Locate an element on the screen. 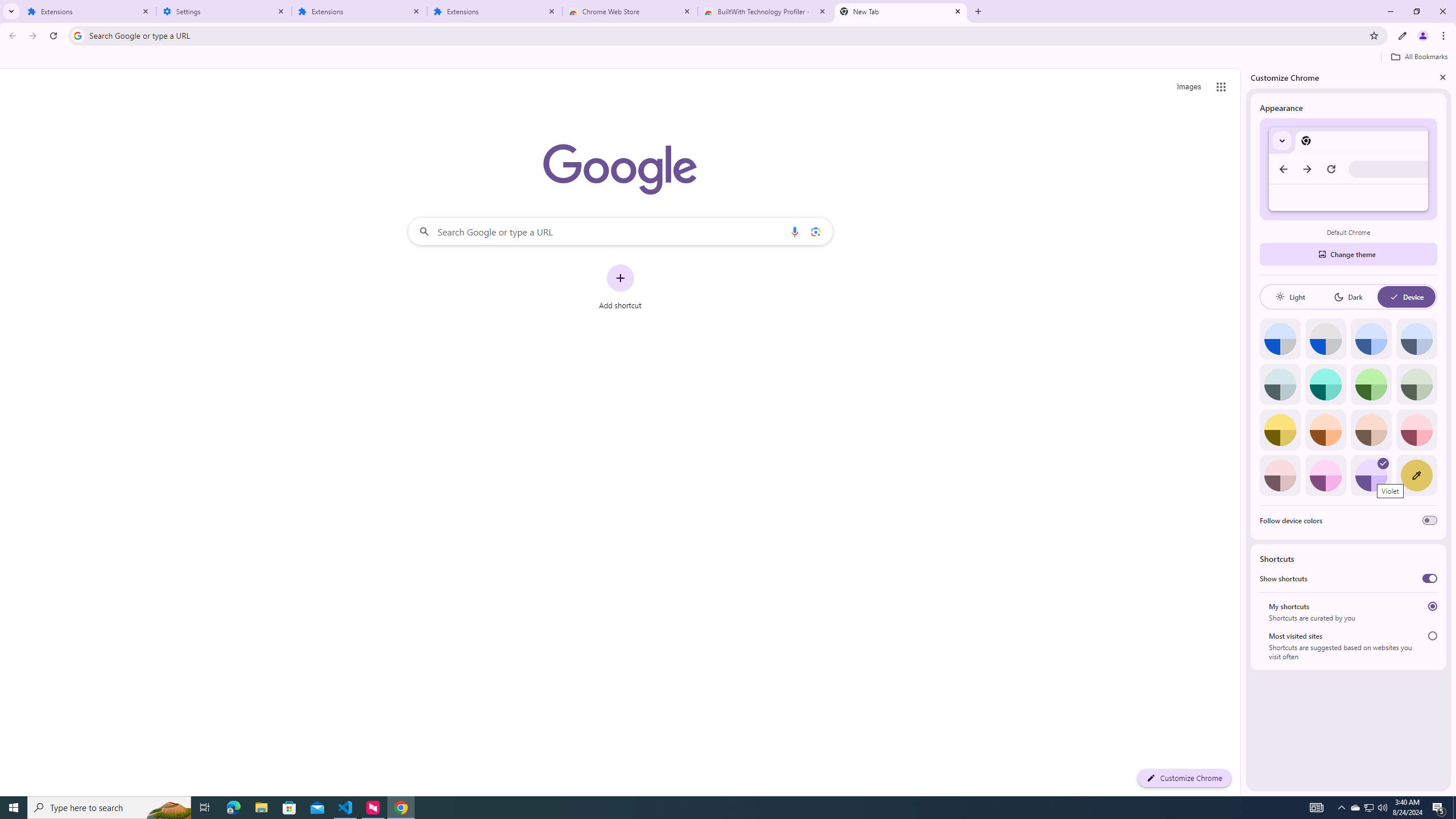 The height and width of the screenshot is (819, 1456). 'Search Google or type a URL' is located at coordinates (619, 230).